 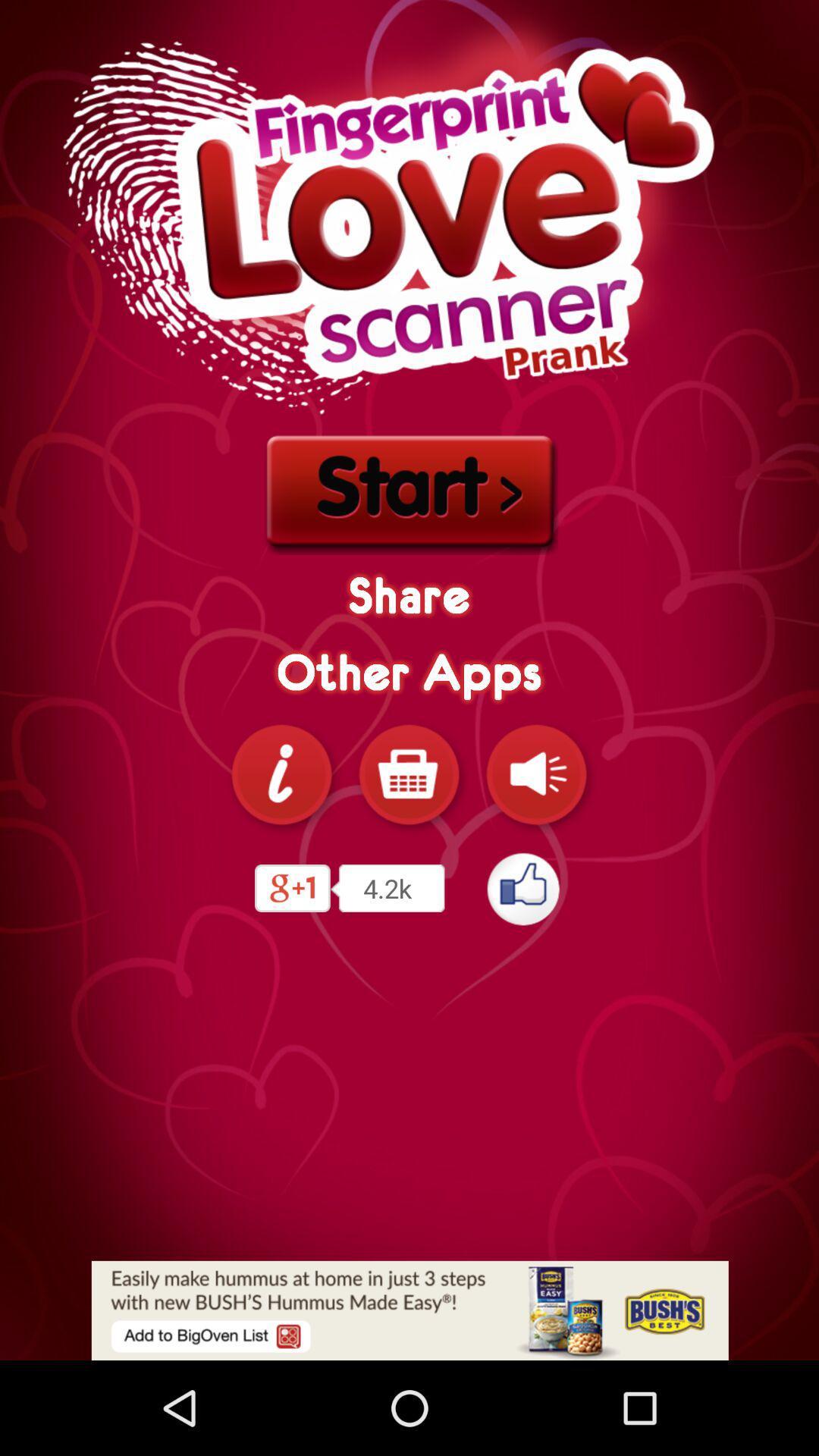 What do you see at coordinates (409, 774) in the screenshot?
I see `share the apps` at bounding box center [409, 774].